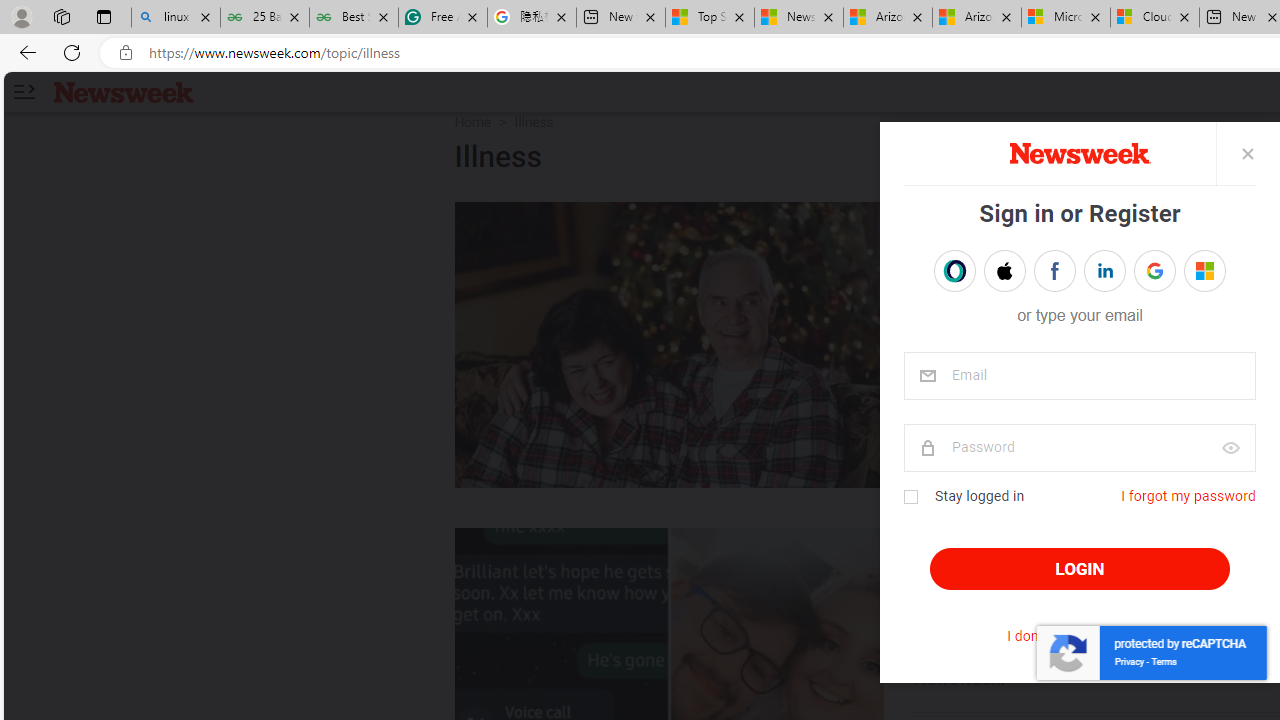 The image size is (1280, 720). I want to click on 'Top Stories - MSN', so click(709, 17).